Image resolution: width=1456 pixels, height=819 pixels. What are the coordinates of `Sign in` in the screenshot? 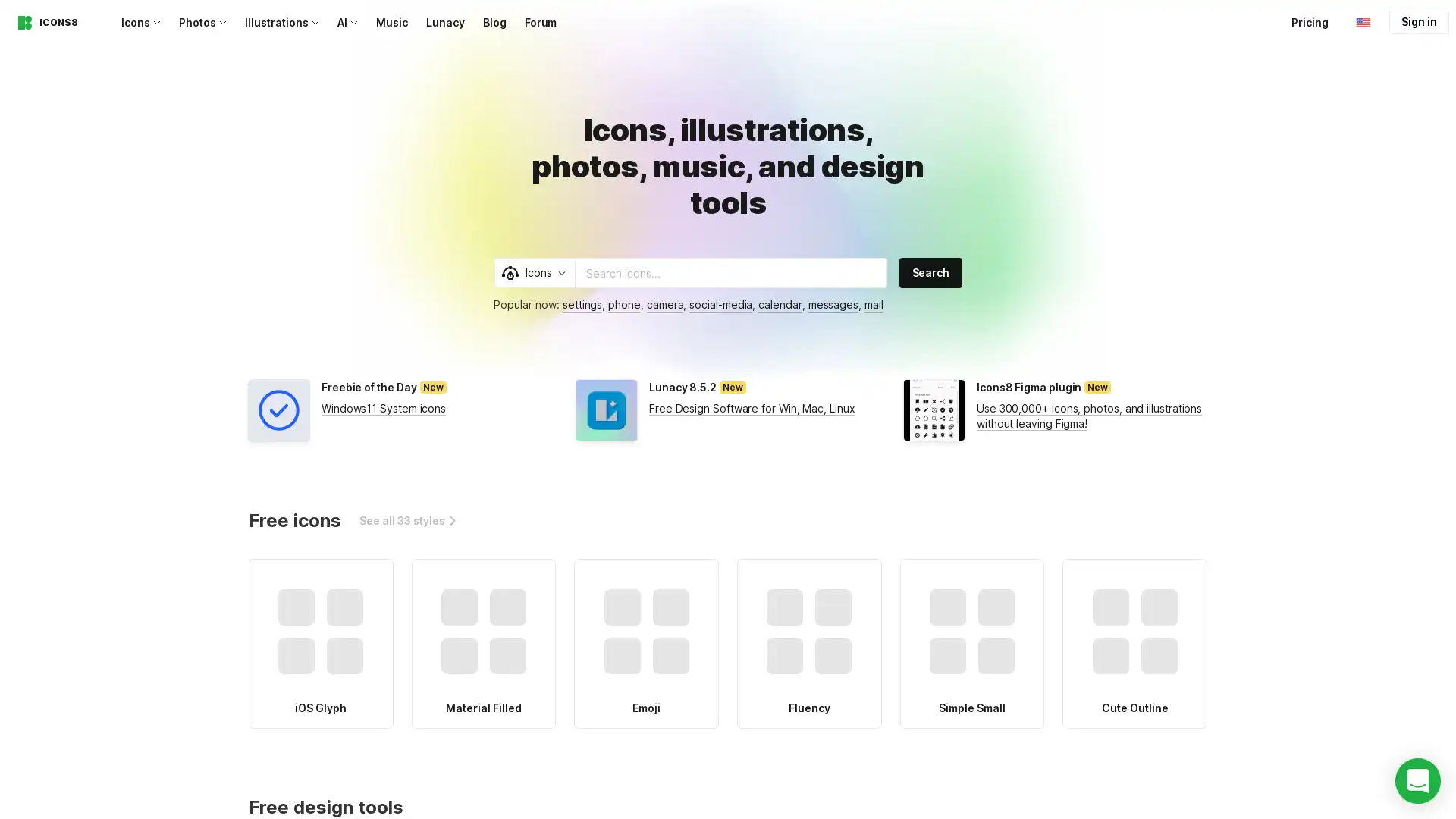 It's located at (1418, 22).